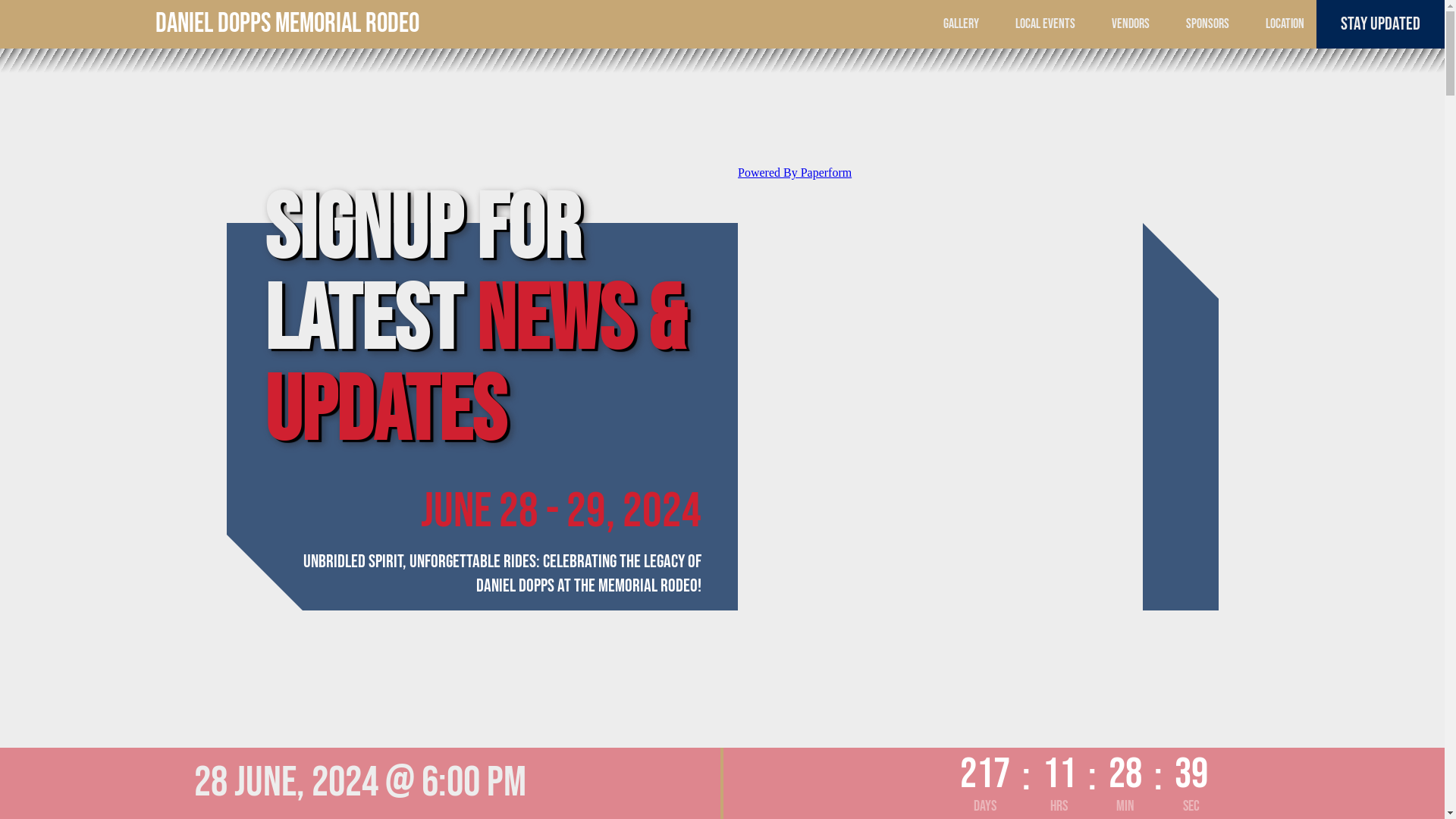 The width and height of the screenshot is (1456, 819). Describe the element at coordinates (1131, 24) in the screenshot. I see `'VENDORS'` at that location.